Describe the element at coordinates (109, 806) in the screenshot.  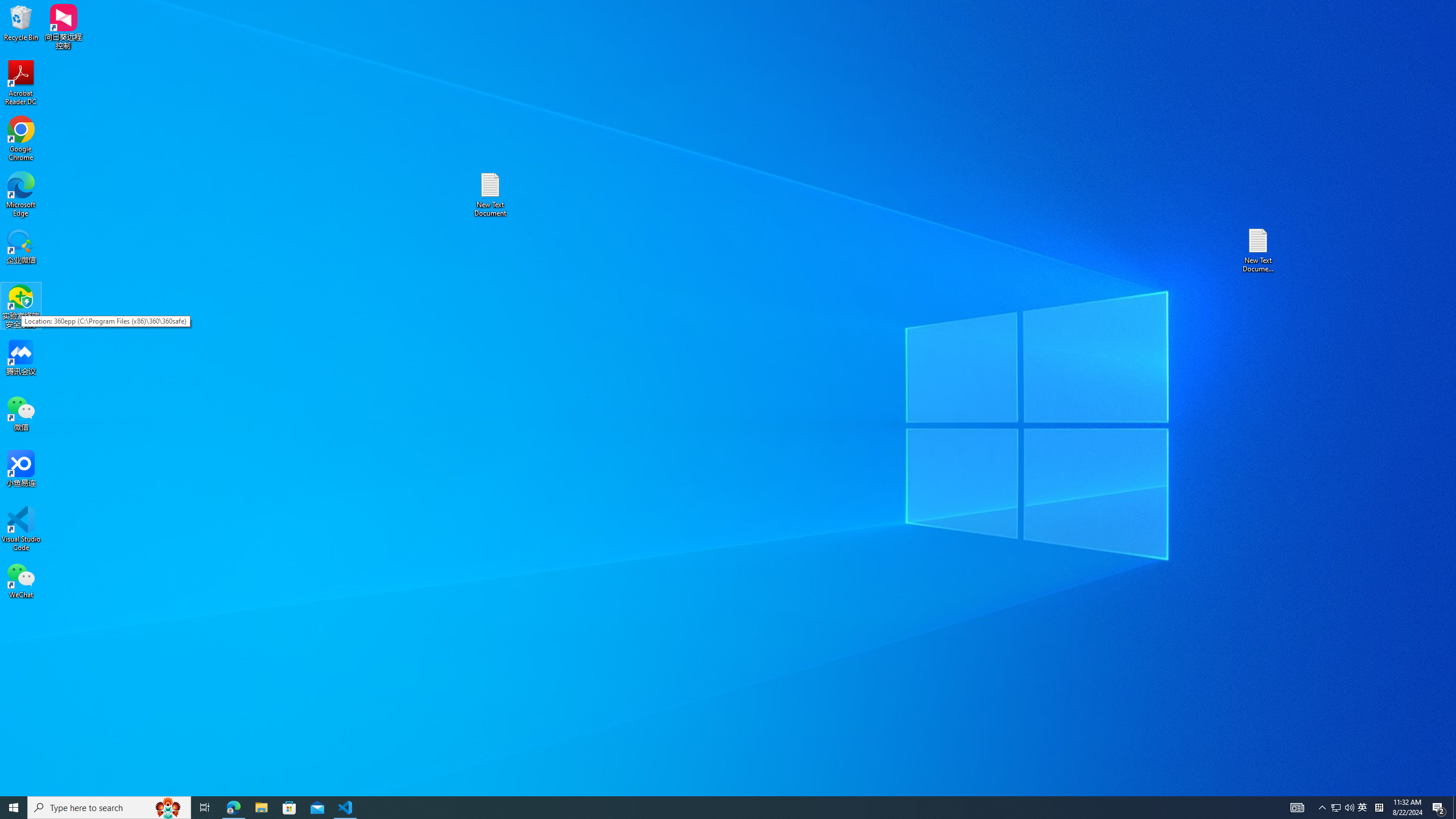
I see `'Type here to search'` at that location.